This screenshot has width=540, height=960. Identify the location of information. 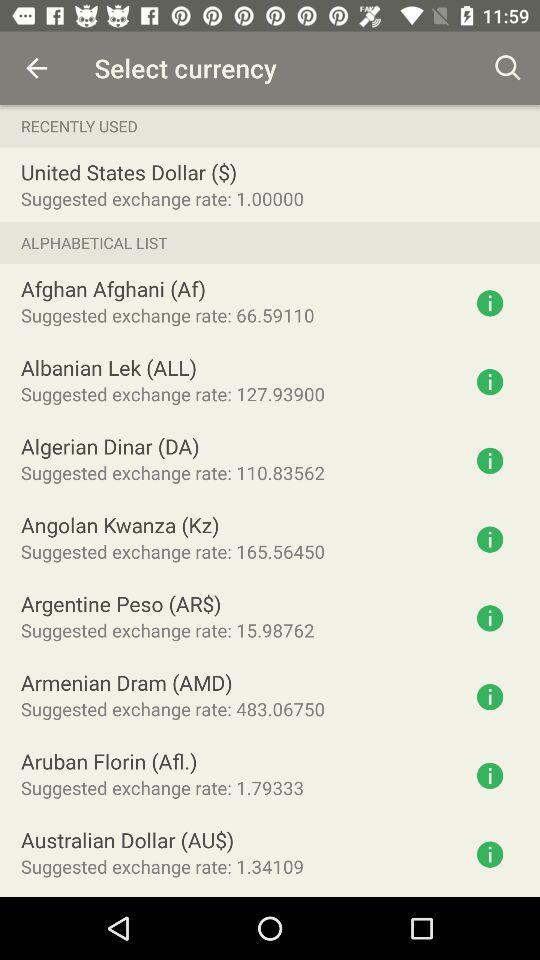
(489, 853).